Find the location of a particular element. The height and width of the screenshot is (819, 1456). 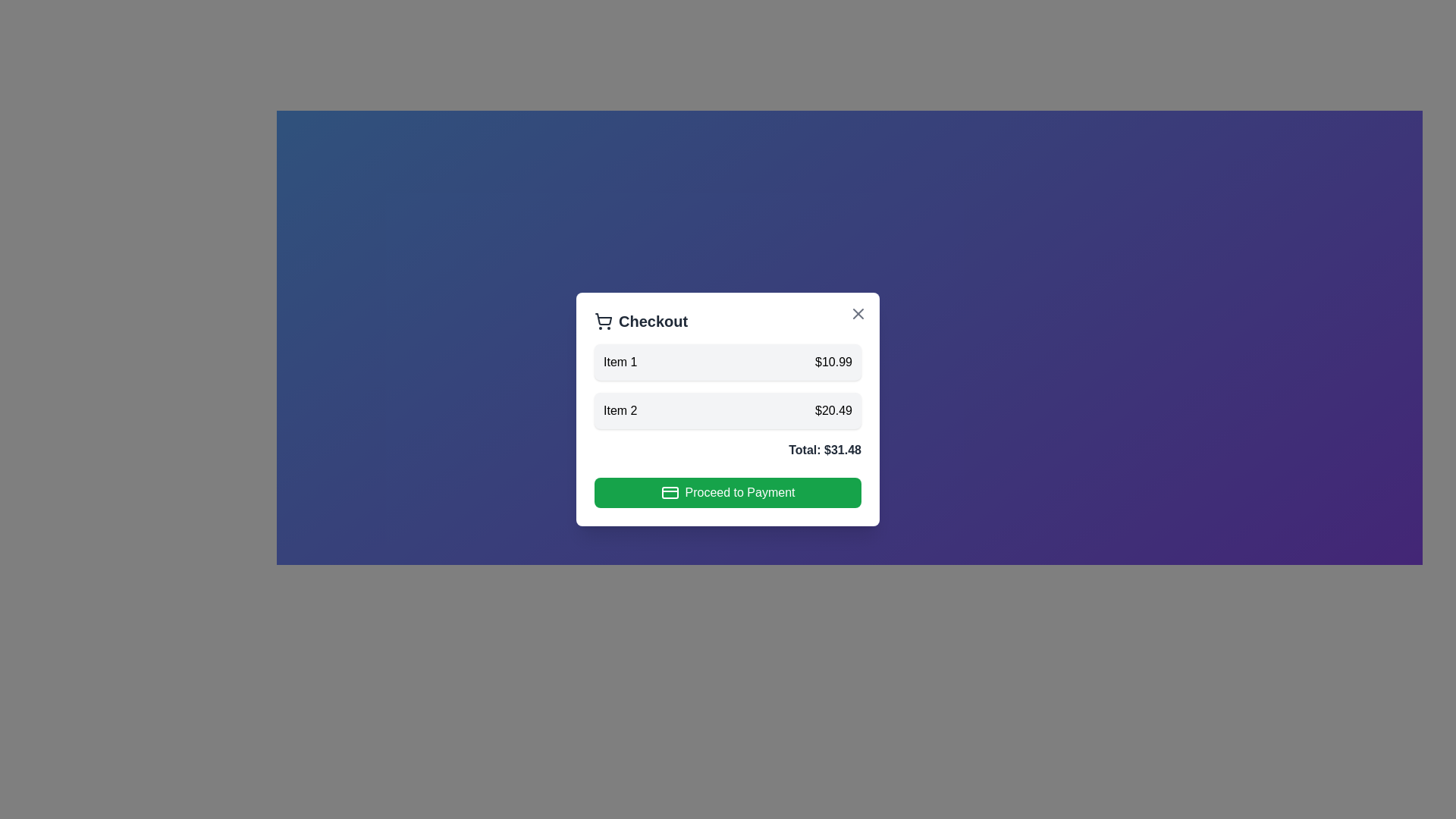

the icon located within the progress button at the bottom section of the checkout modal dialog, positioned on the left side of the button's text is located at coordinates (669, 493).